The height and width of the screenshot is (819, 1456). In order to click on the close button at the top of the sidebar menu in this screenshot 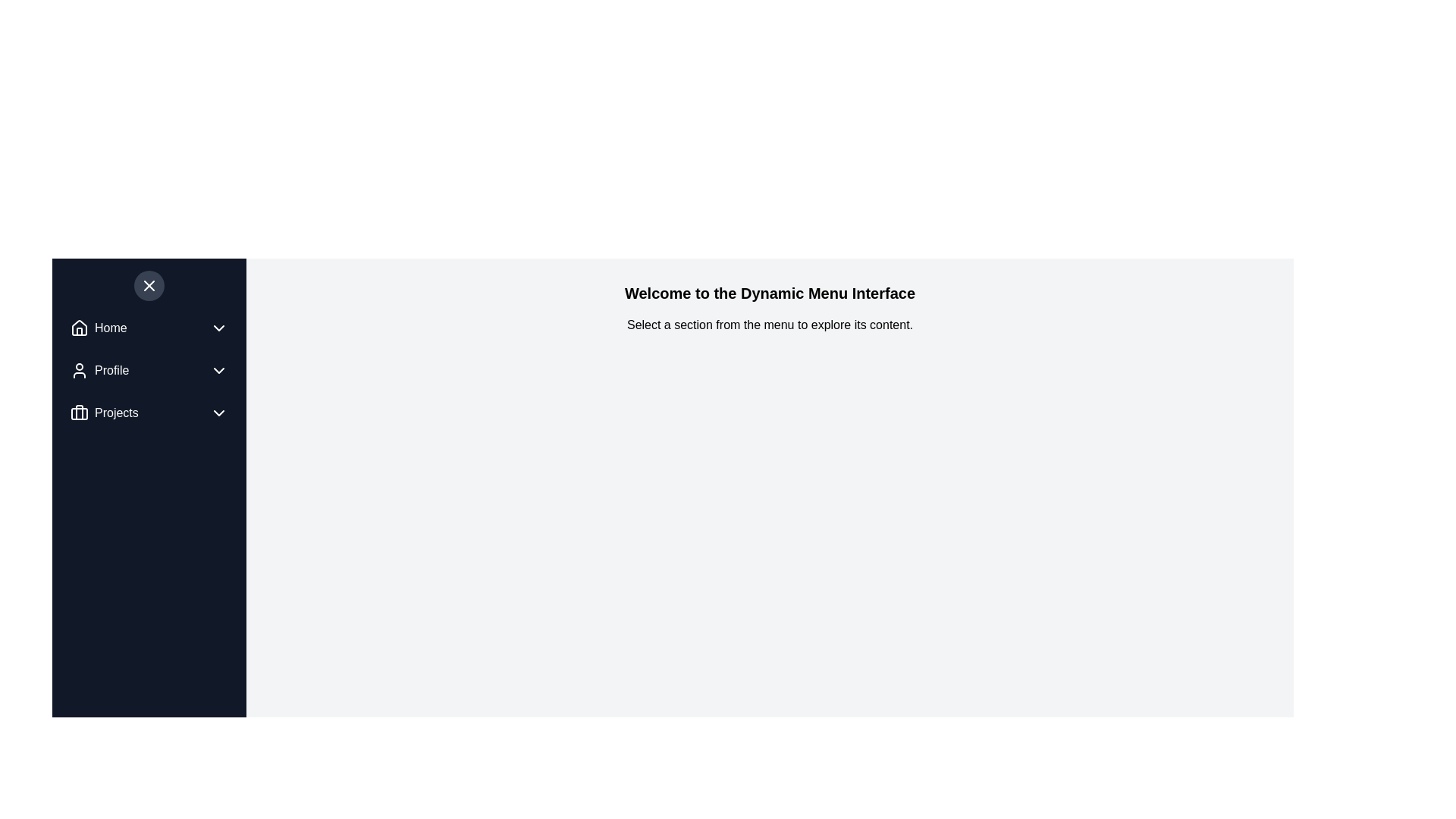, I will do `click(149, 286)`.